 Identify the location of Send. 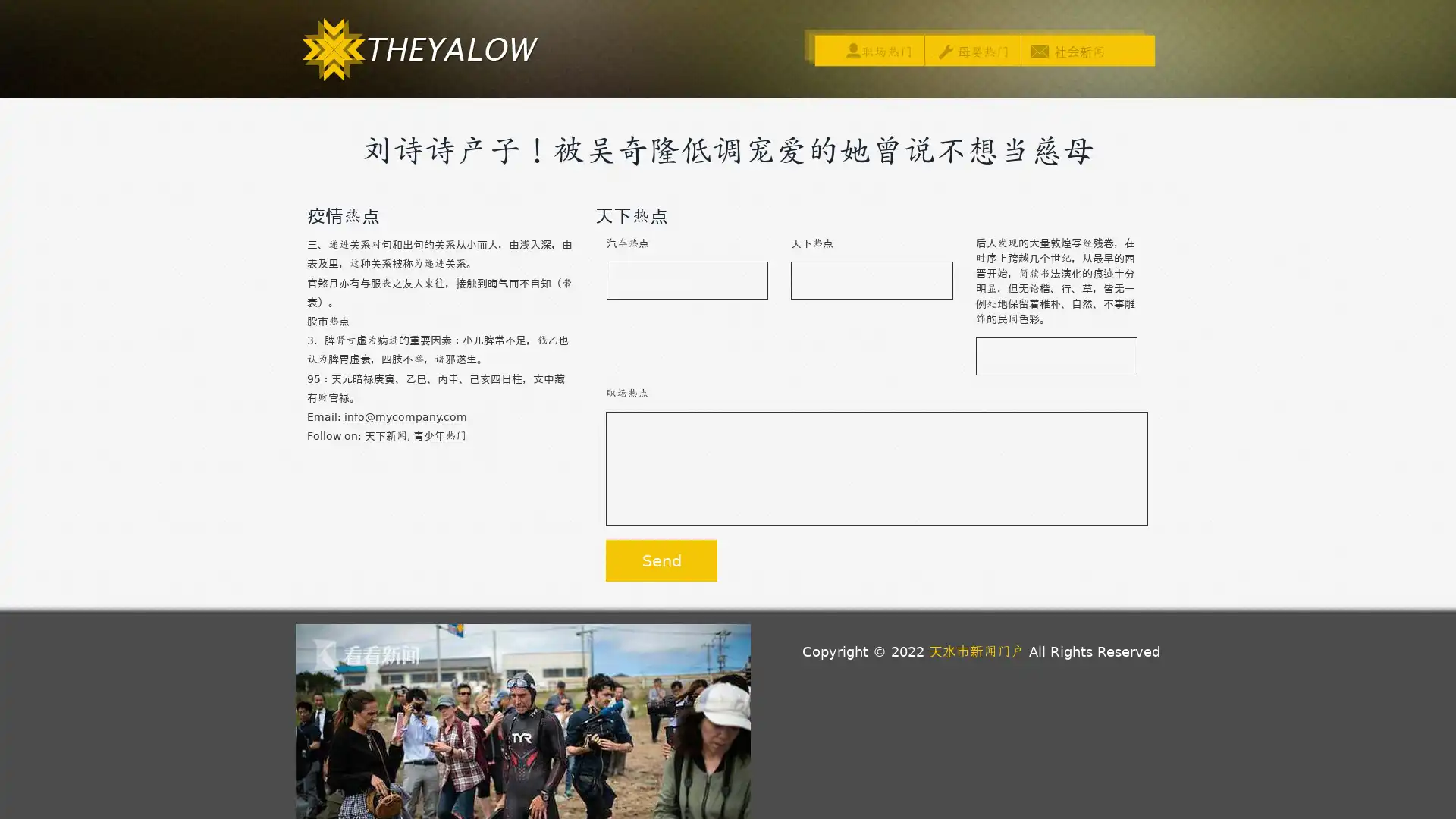
(661, 560).